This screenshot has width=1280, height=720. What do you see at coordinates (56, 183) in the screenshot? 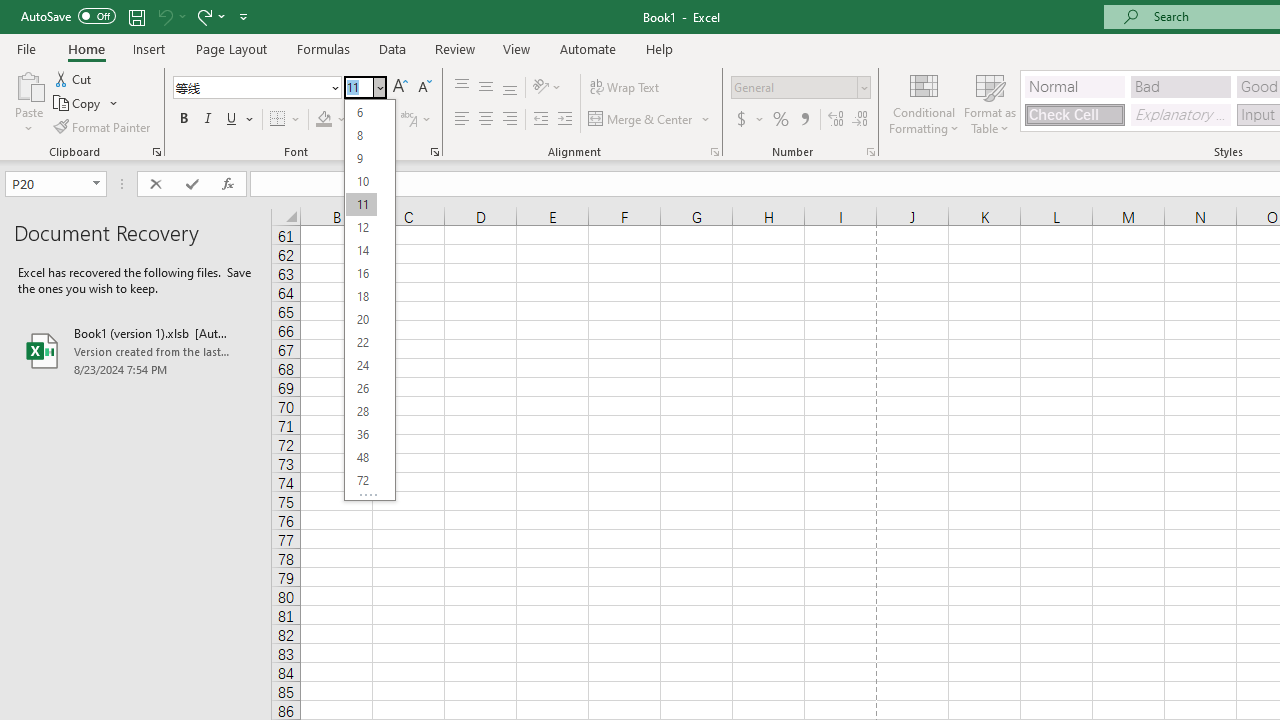
I see `'Name Box'` at bounding box center [56, 183].